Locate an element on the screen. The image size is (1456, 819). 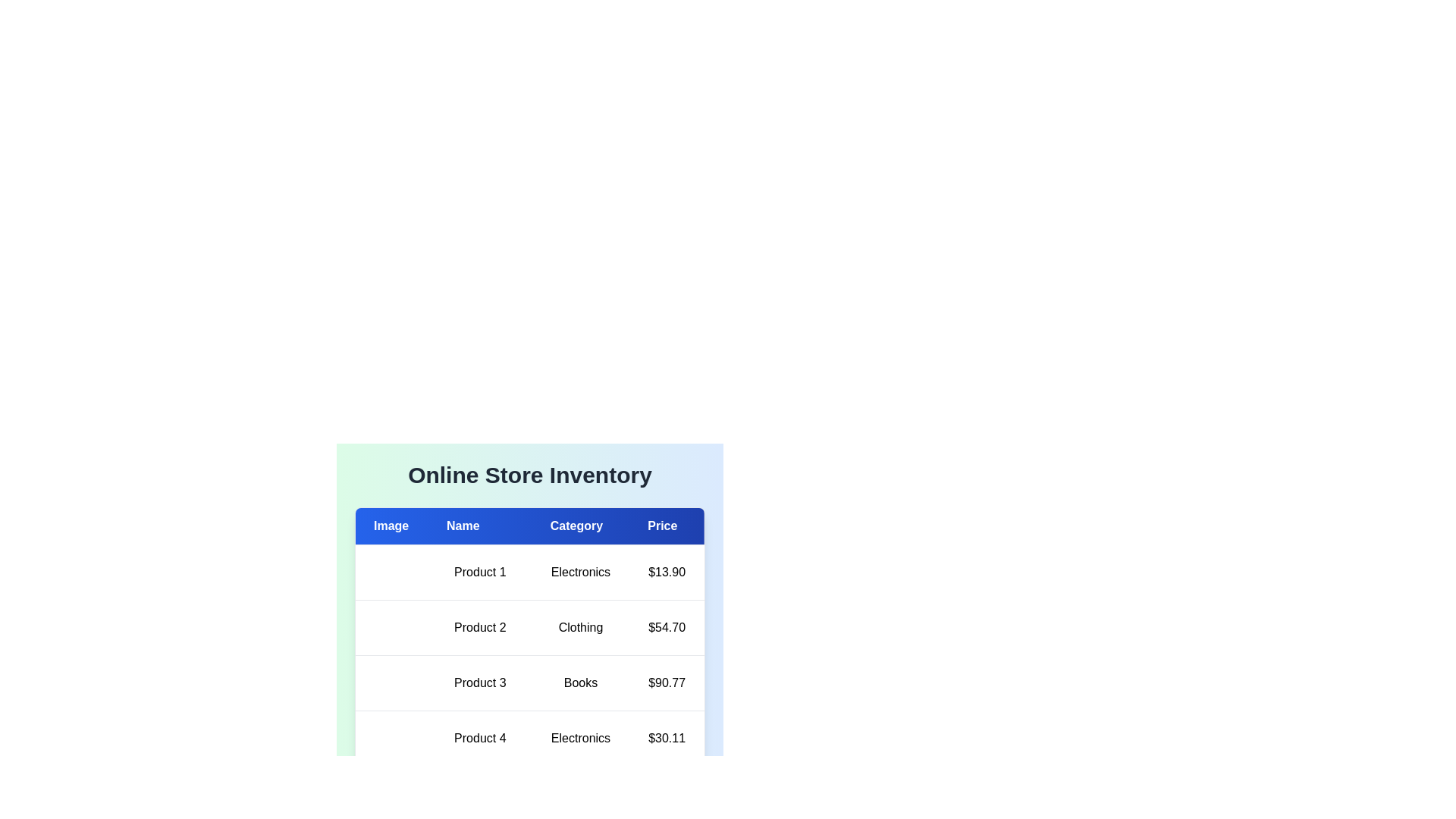
the text 'Online Store Inventory' in the header is located at coordinates (530, 475).